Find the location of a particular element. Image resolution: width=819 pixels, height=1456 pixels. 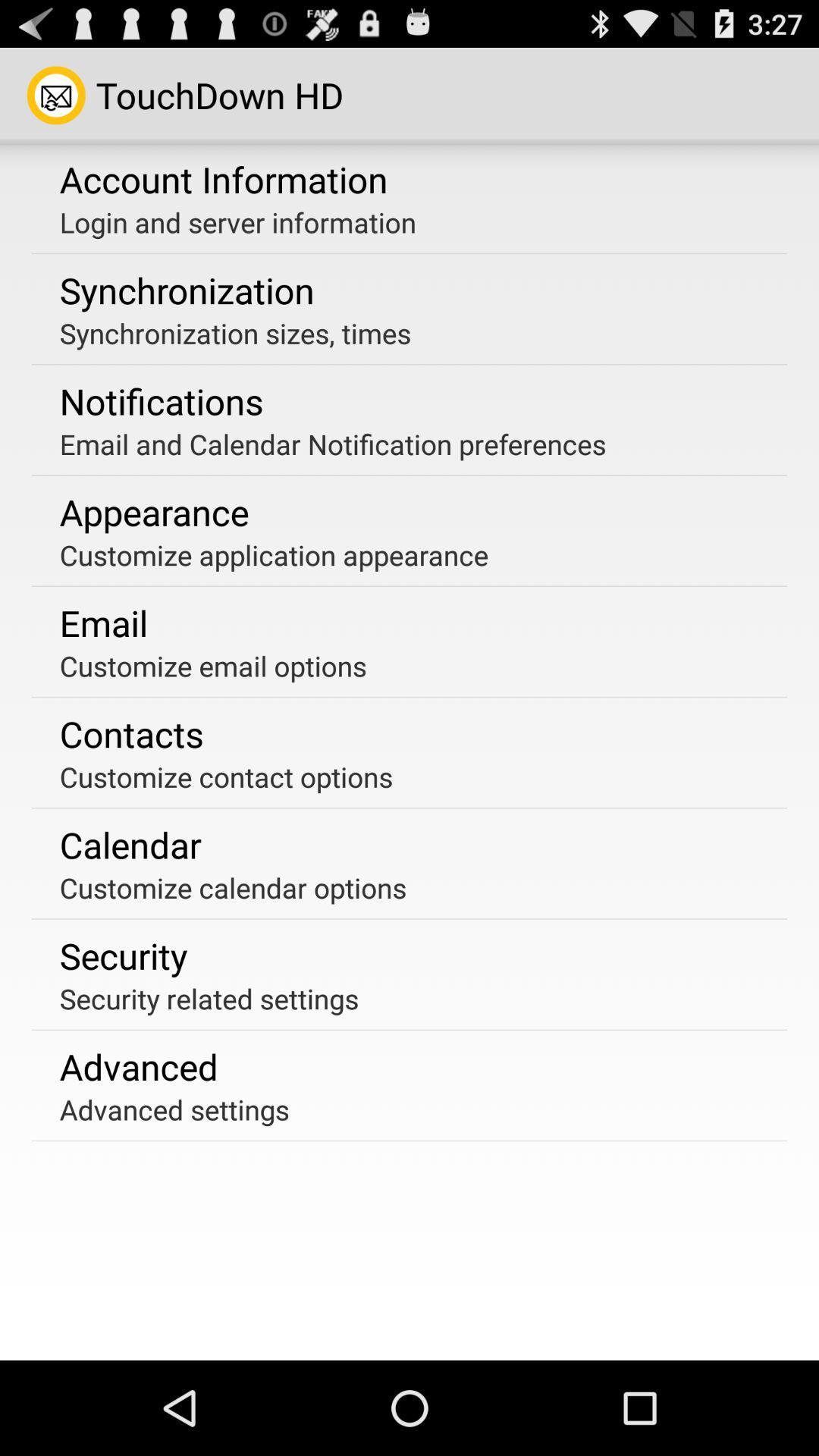

customize application appearance app is located at coordinates (274, 554).